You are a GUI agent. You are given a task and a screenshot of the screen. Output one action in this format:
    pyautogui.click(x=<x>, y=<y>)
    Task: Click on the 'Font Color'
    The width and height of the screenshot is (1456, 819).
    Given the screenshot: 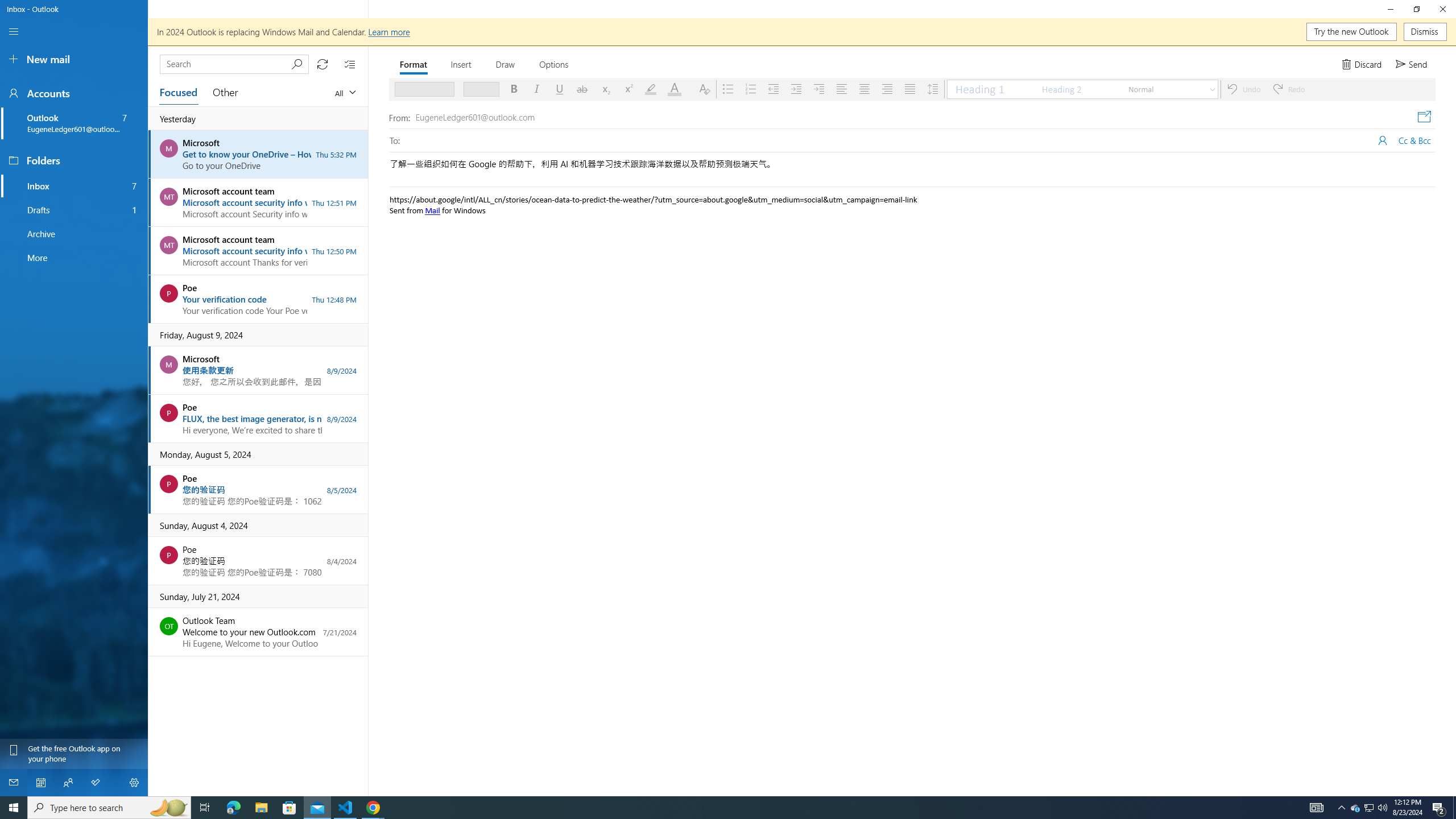 What is the action you would take?
    pyautogui.click(x=677, y=89)
    